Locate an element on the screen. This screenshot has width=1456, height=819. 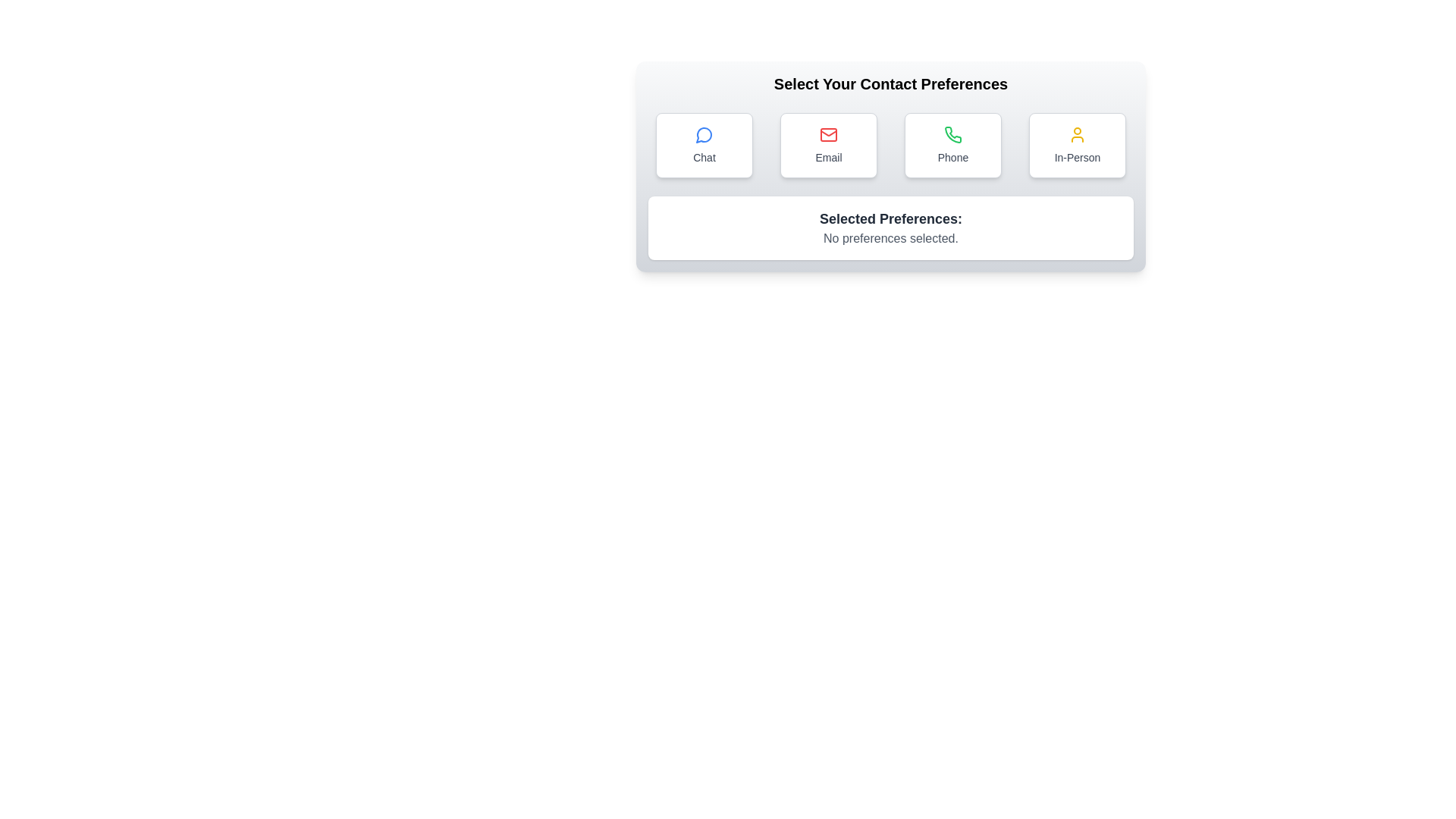
the Phone button to select the corresponding contact preference is located at coordinates (952, 146).